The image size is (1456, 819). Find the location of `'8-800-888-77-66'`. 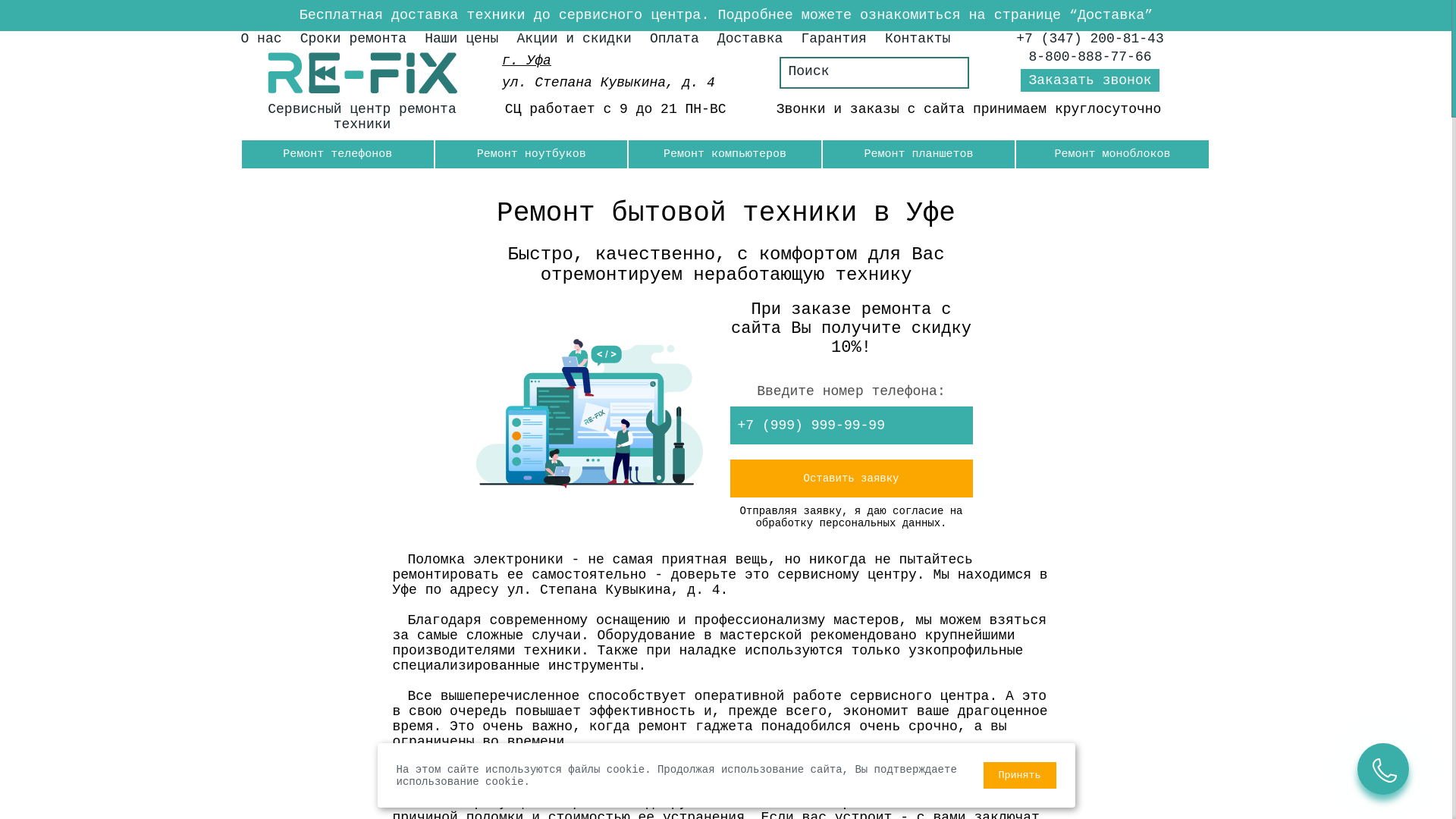

'8-800-888-77-66' is located at coordinates (1090, 55).